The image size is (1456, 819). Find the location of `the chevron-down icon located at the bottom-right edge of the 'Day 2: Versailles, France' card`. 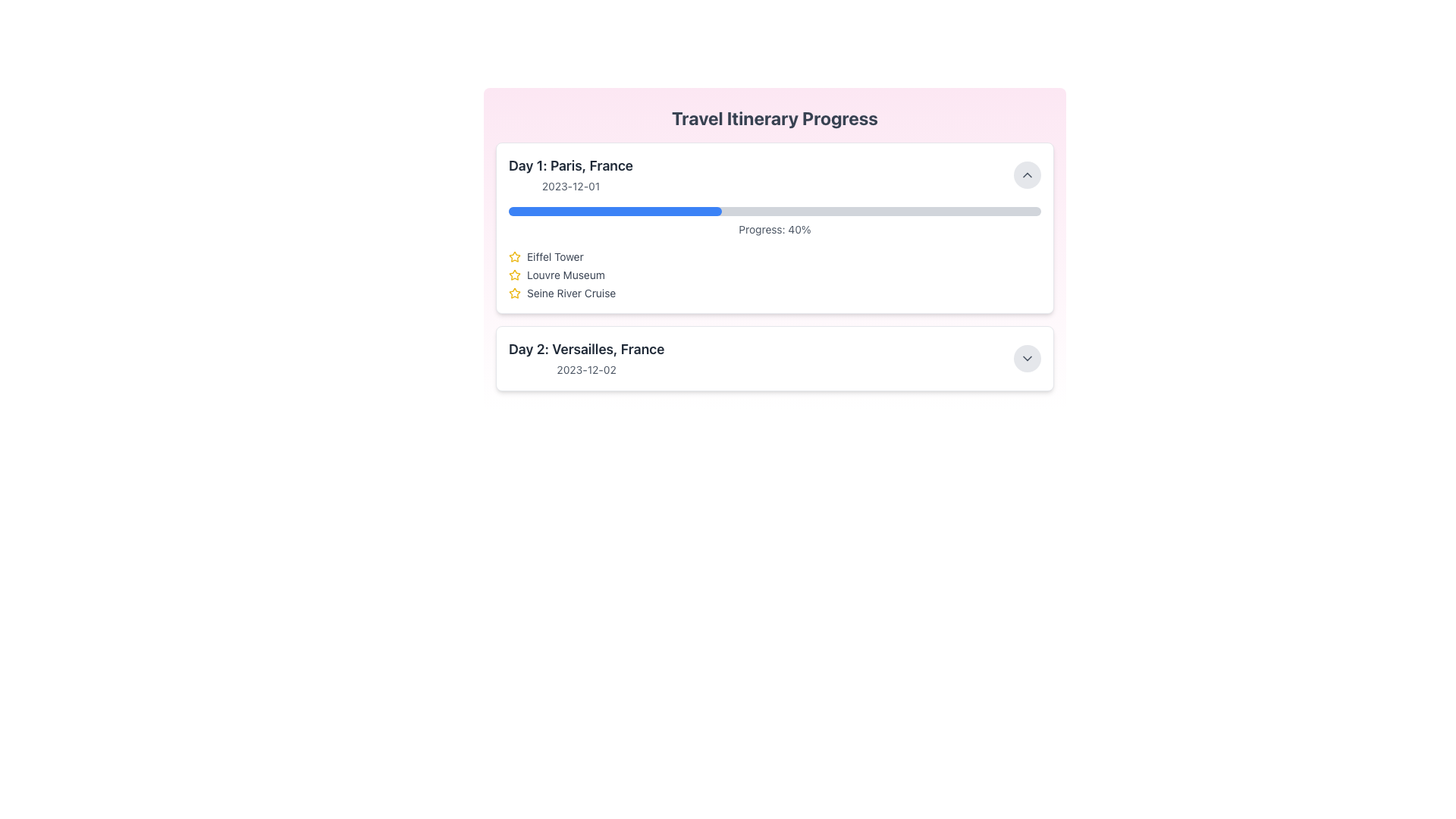

the chevron-down icon located at the bottom-right edge of the 'Day 2: Versailles, France' card is located at coordinates (1027, 359).